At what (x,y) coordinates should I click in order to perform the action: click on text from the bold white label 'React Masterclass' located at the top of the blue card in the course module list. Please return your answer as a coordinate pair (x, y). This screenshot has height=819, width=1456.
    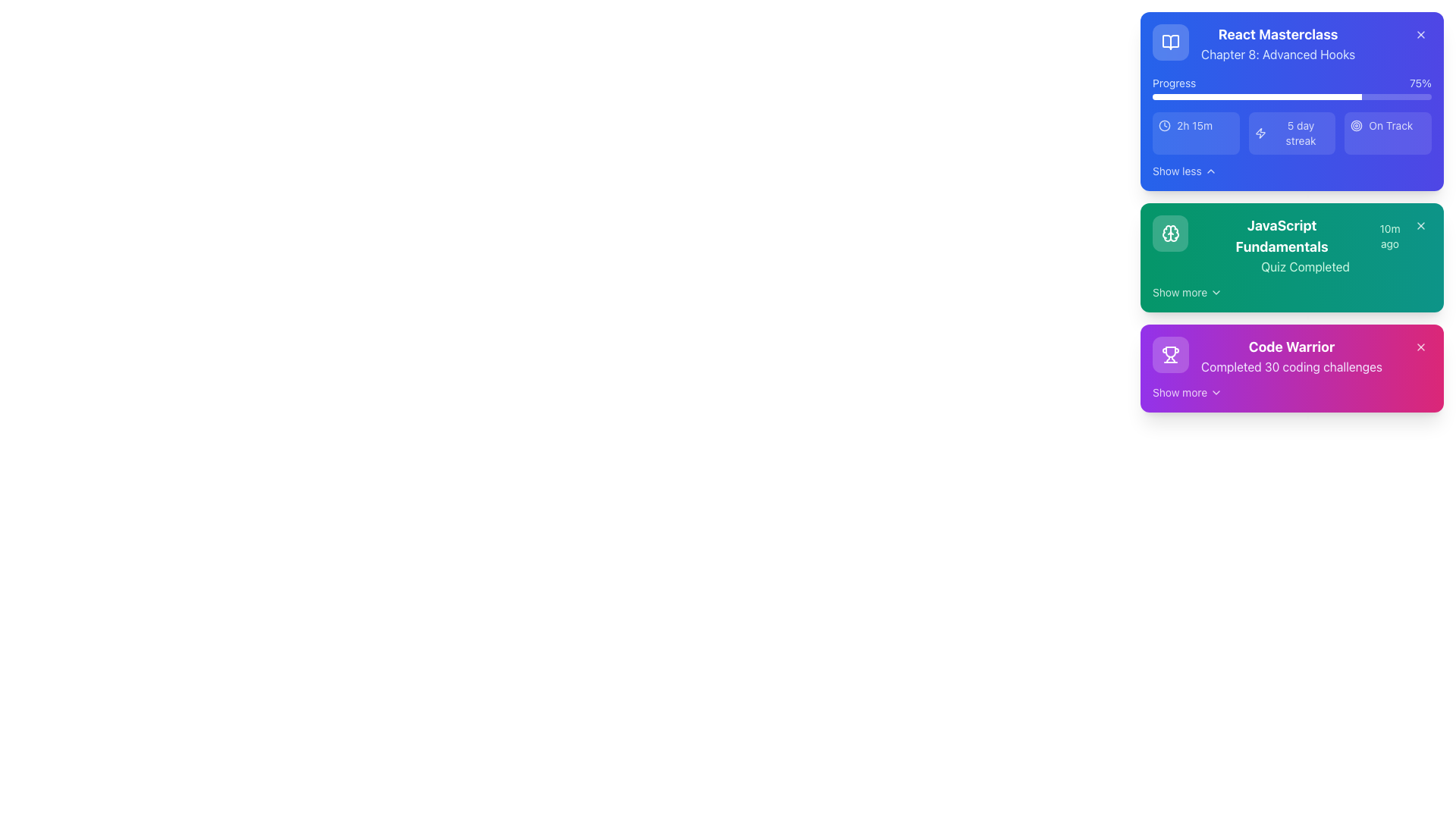
    Looking at the image, I should click on (1277, 34).